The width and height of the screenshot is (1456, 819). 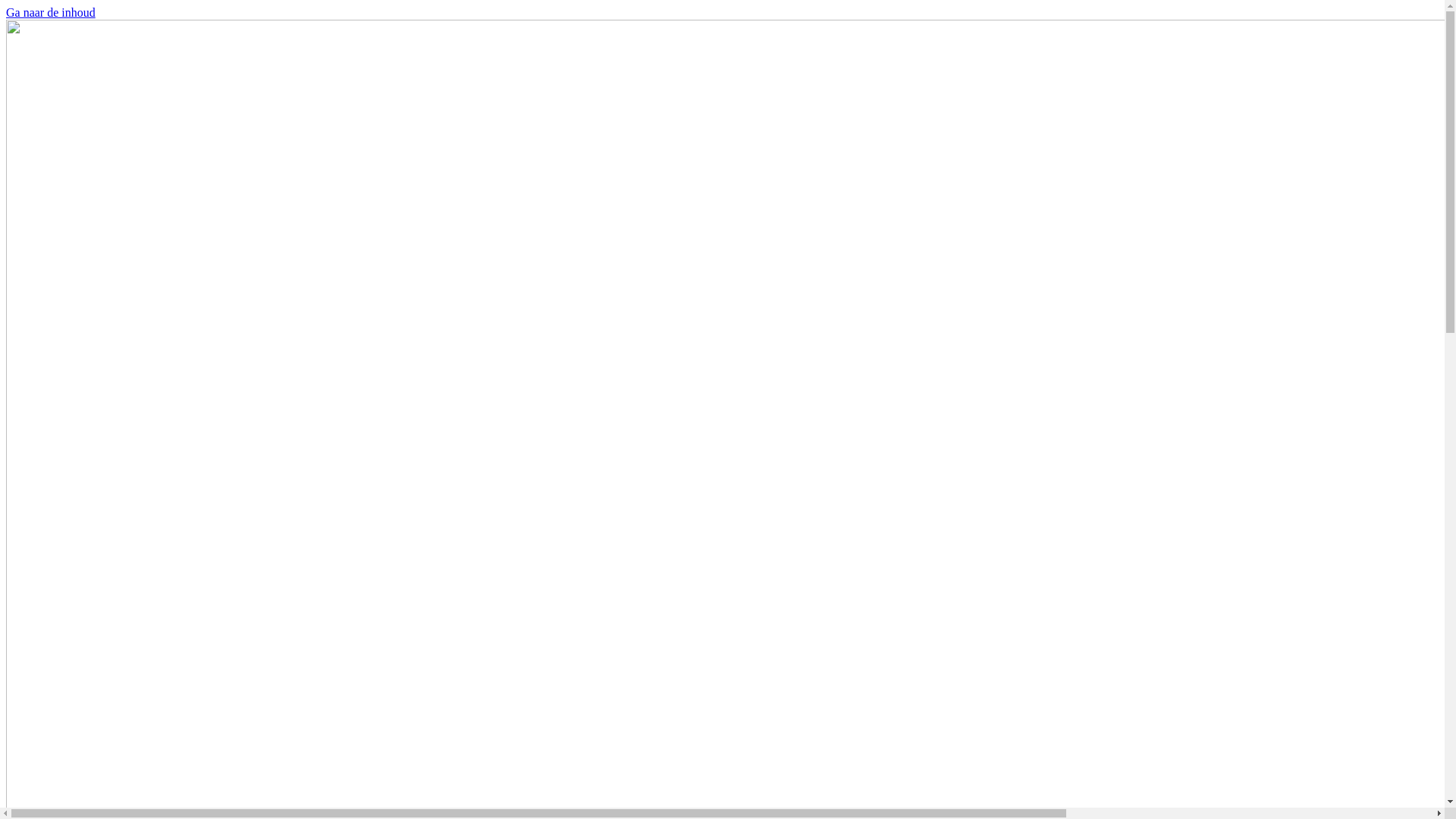 What do you see at coordinates (51, 12) in the screenshot?
I see `'Ga naar de inhoud'` at bounding box center [51, 12].